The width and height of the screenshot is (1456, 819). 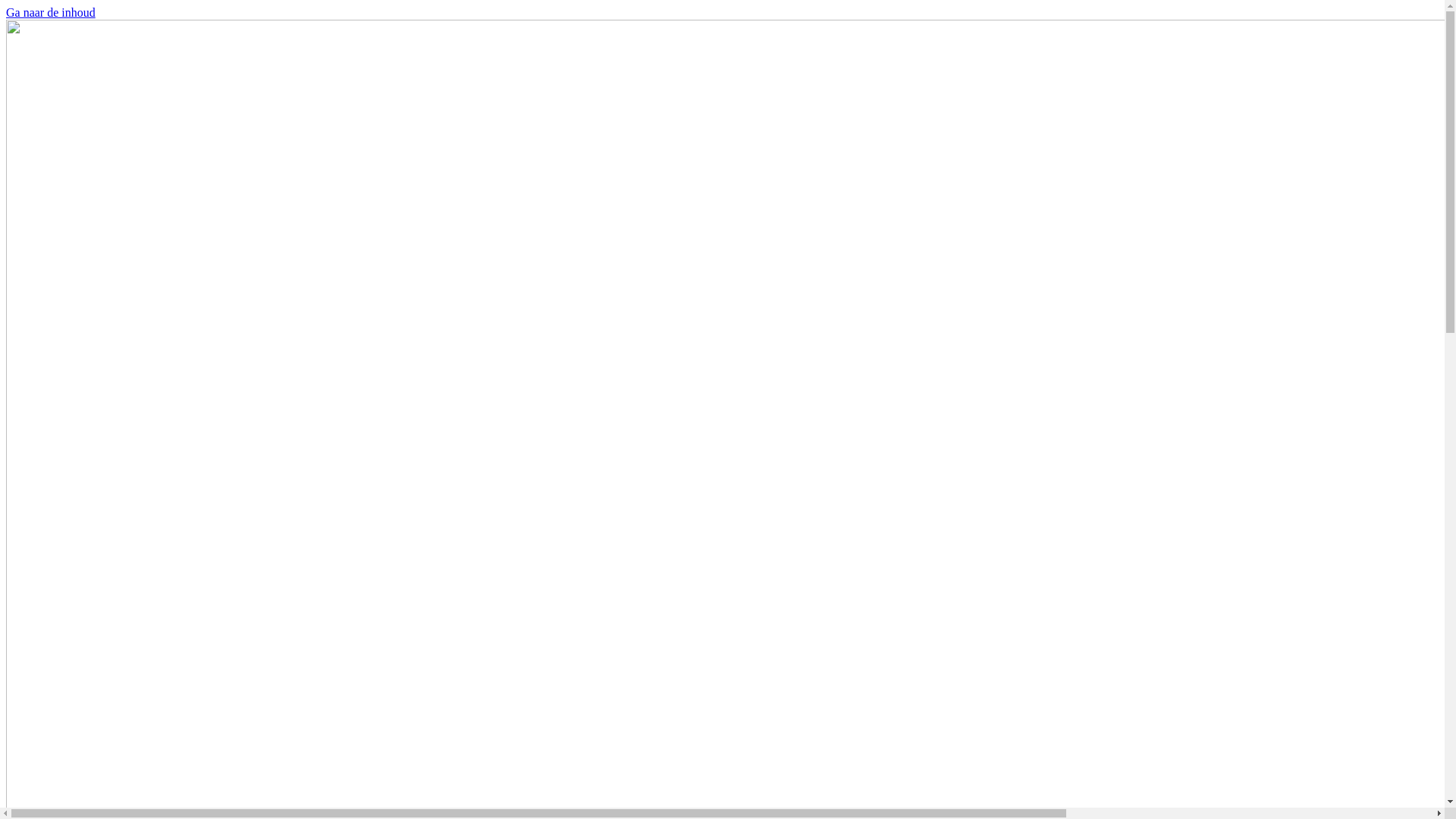 What do you see at coordinates (51, 12) in the screenshot?
I see `'Ga naar de inhoud'` at bounding box center [51, 12].